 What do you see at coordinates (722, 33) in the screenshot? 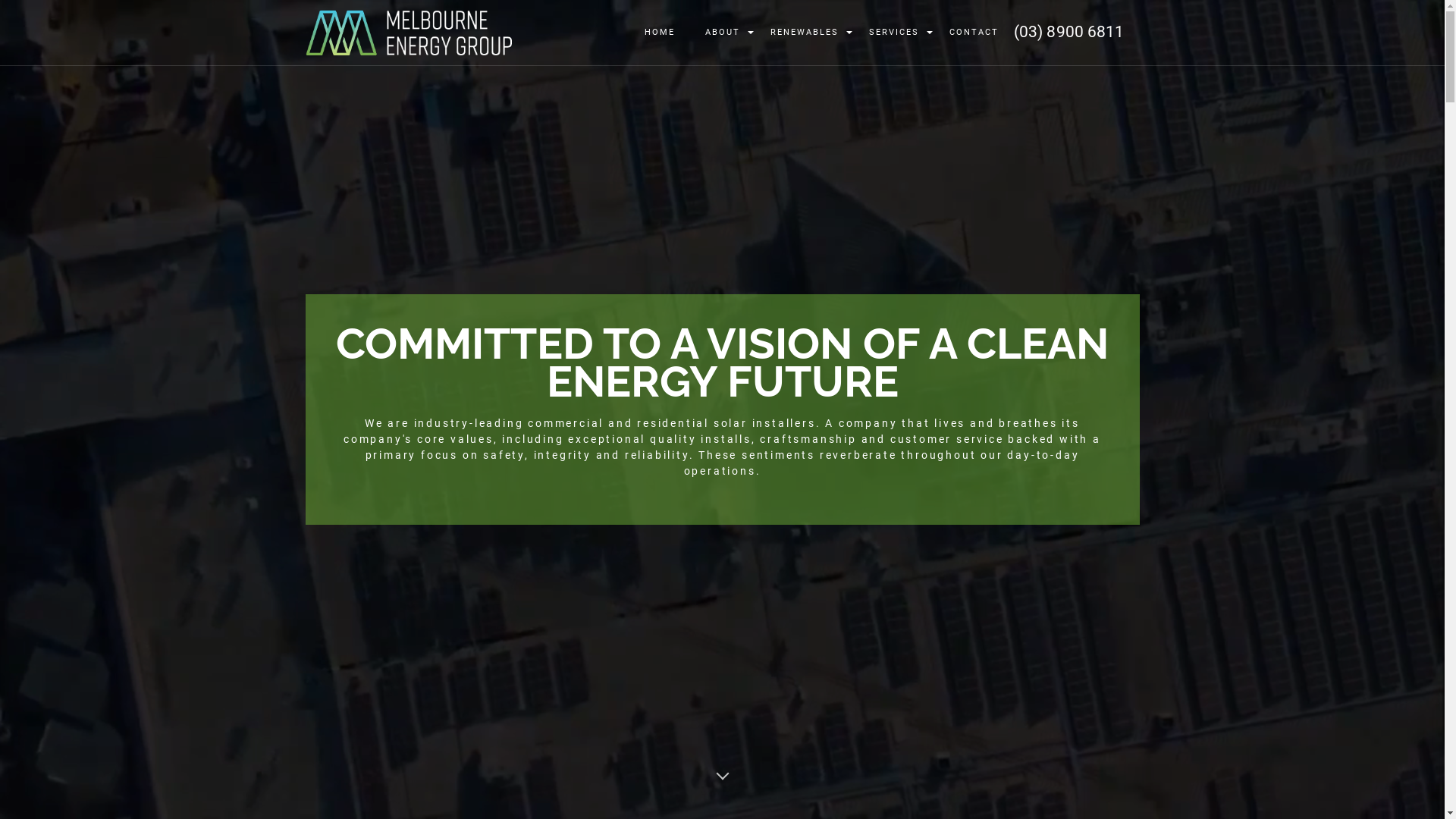
I see `'ABOUT'` at bounding box center [722, 33].